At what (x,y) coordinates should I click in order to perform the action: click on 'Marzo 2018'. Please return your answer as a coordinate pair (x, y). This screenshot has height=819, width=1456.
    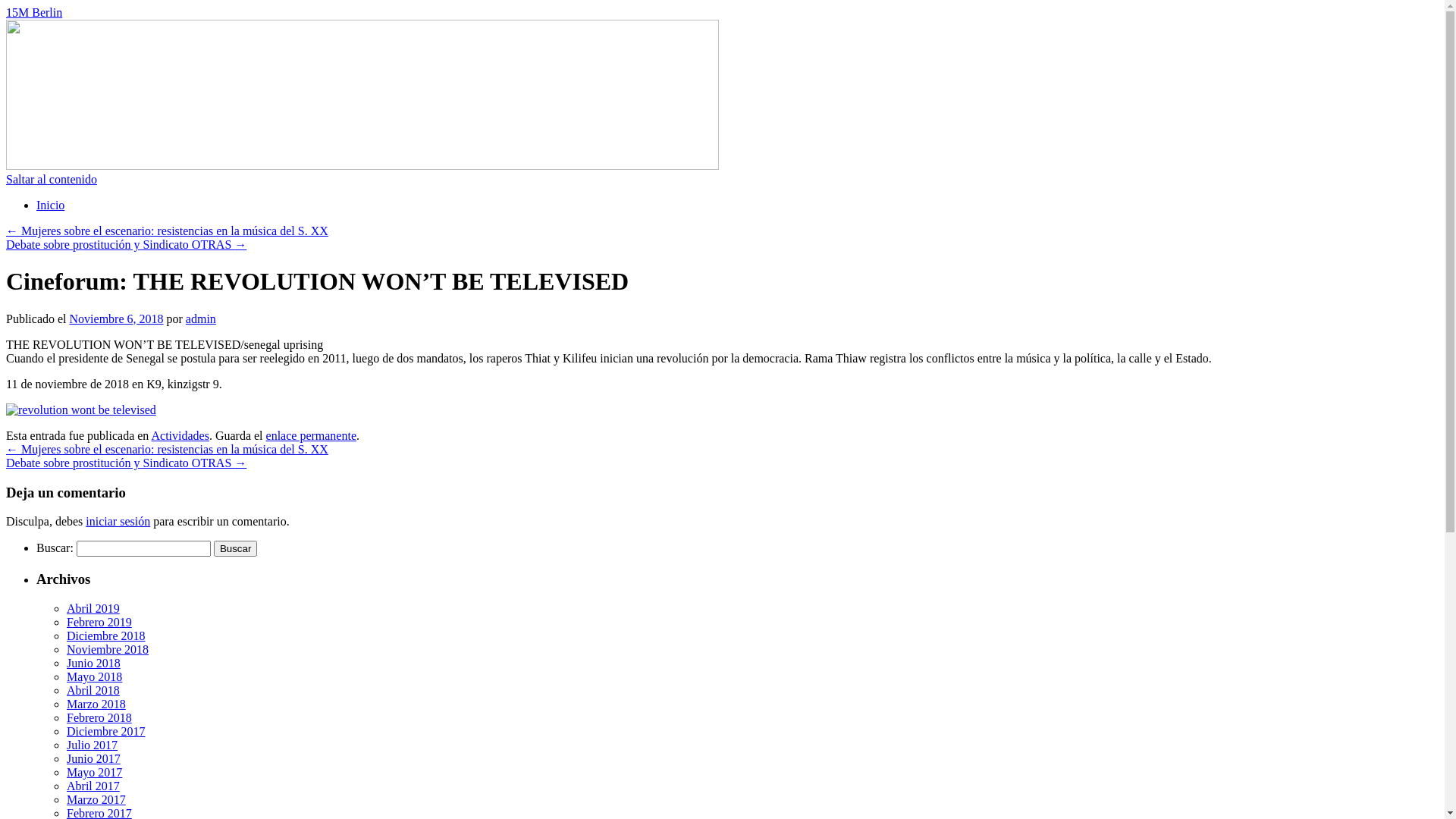
    Looking at the image, I should click on (65, 704).